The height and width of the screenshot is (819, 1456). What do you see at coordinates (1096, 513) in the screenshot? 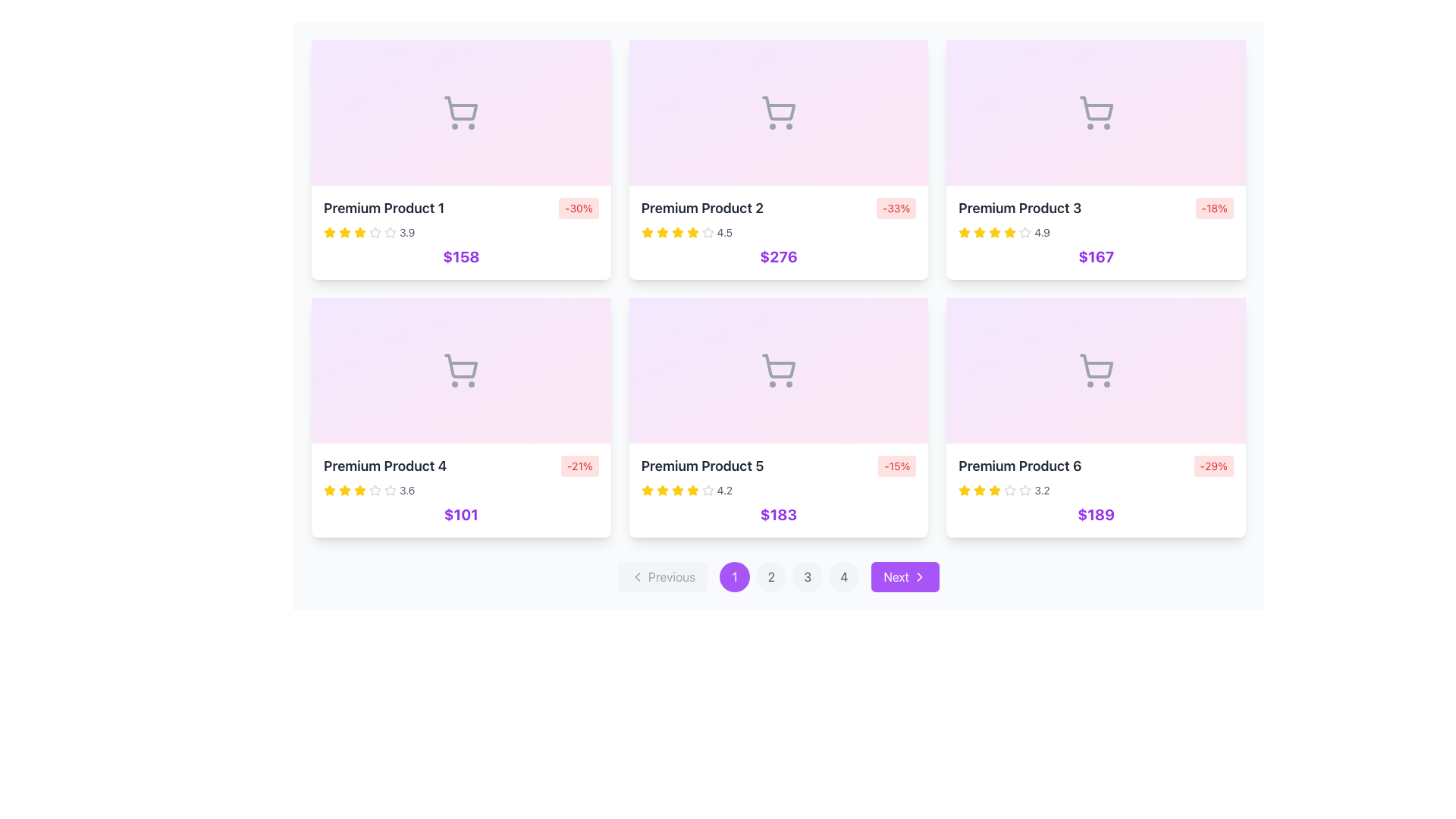
I see `the price label displaying '$189' for the 'Premium Product 6', which is styled in bold purple text at the bottom of the product display card` at bounding box center [1096, 513].